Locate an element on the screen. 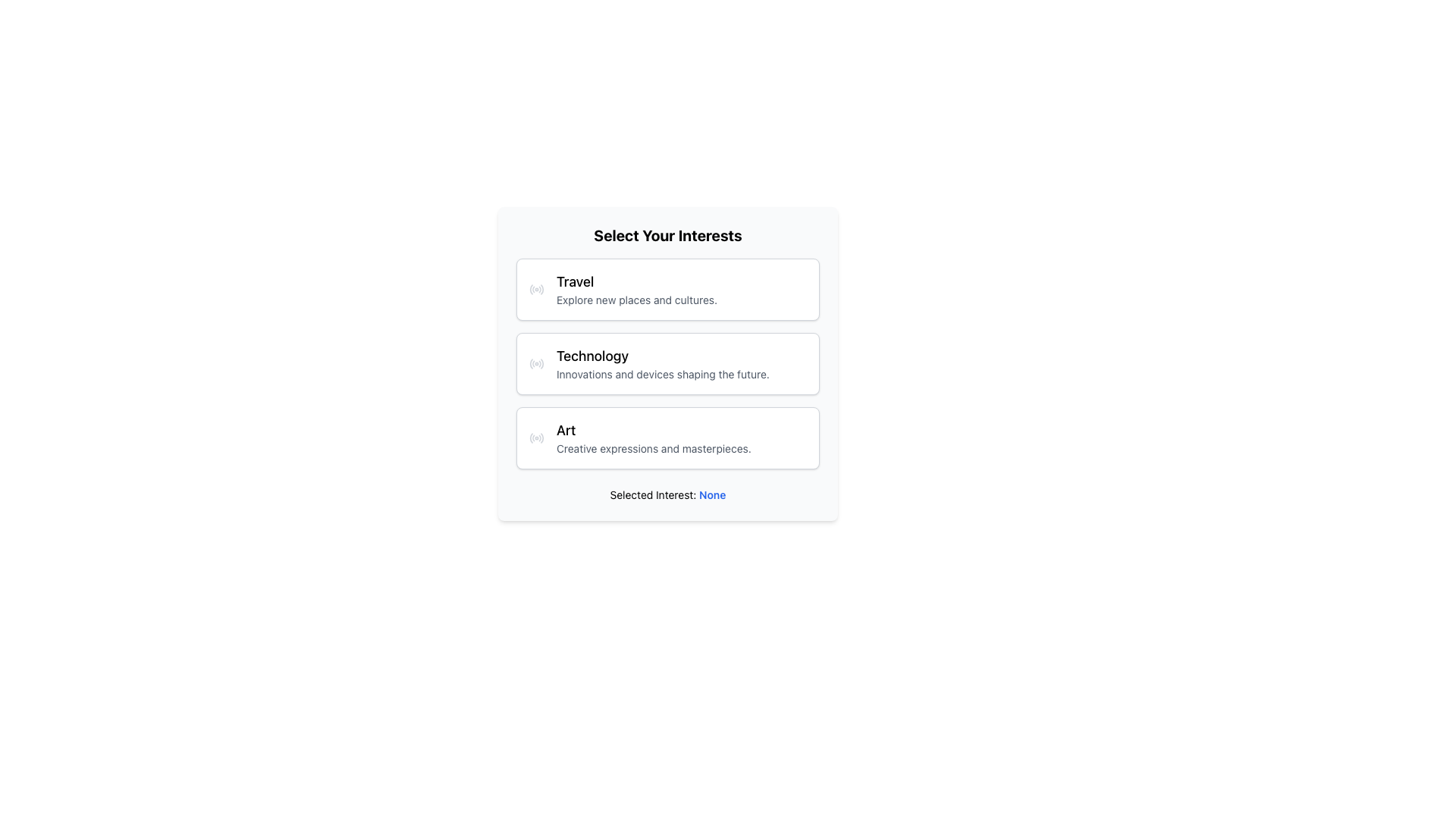  the 'Technology' text block, which is the second selectable option in a vertical list of interests is located at coordinates (667, 363).